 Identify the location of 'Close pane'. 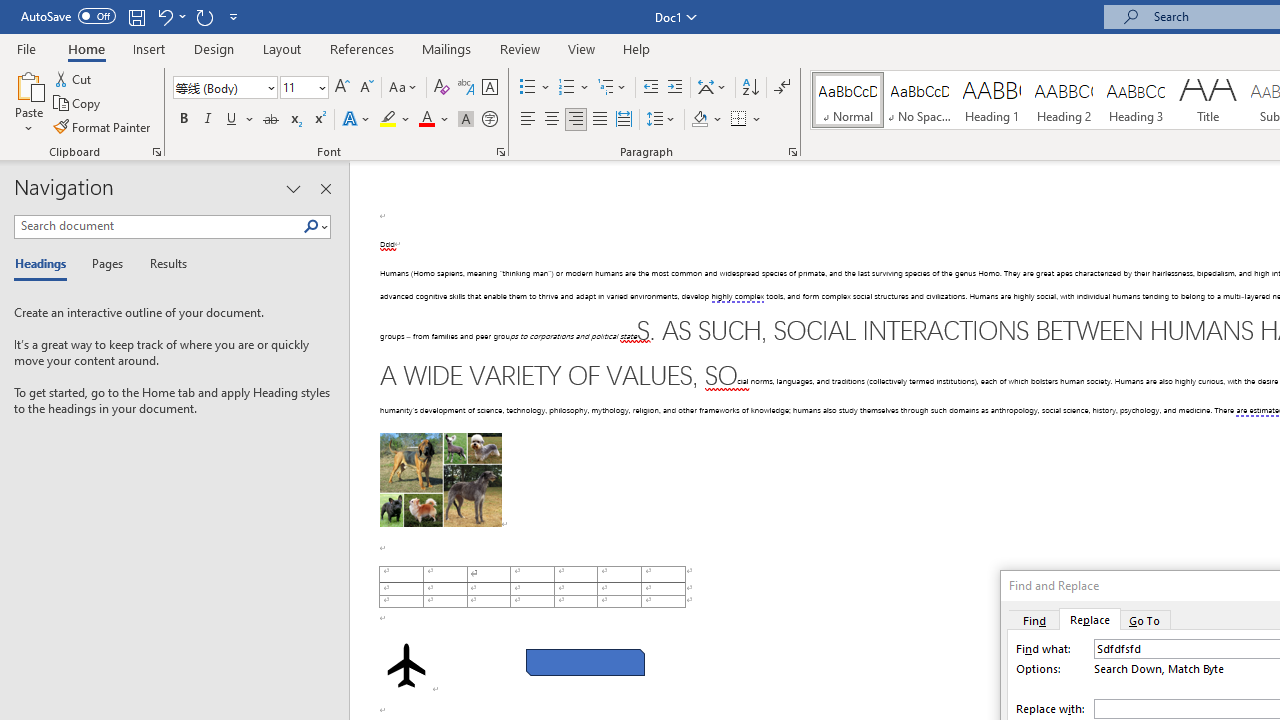
(325, 189).